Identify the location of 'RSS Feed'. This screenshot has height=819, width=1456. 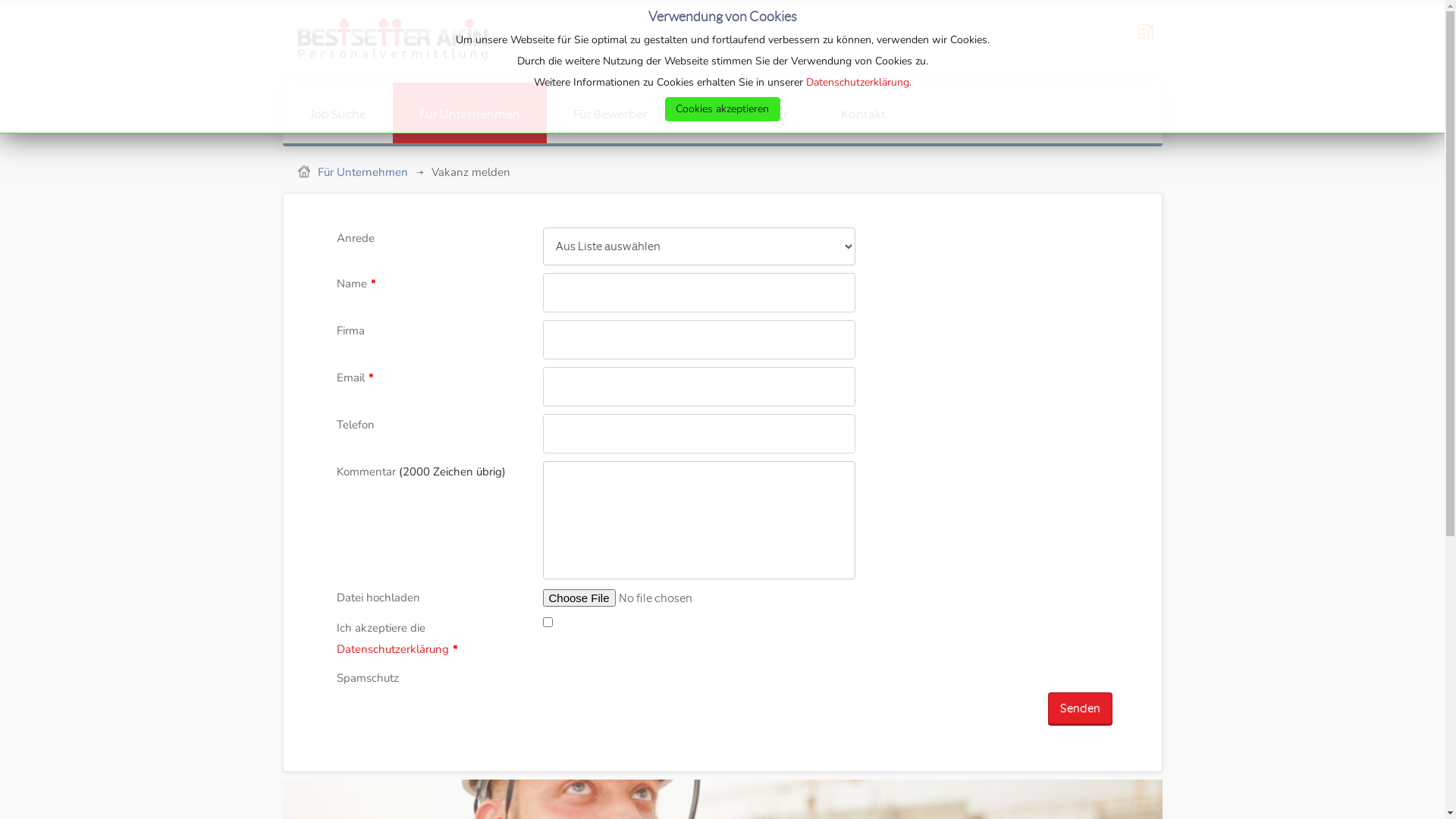
(1132, 40).